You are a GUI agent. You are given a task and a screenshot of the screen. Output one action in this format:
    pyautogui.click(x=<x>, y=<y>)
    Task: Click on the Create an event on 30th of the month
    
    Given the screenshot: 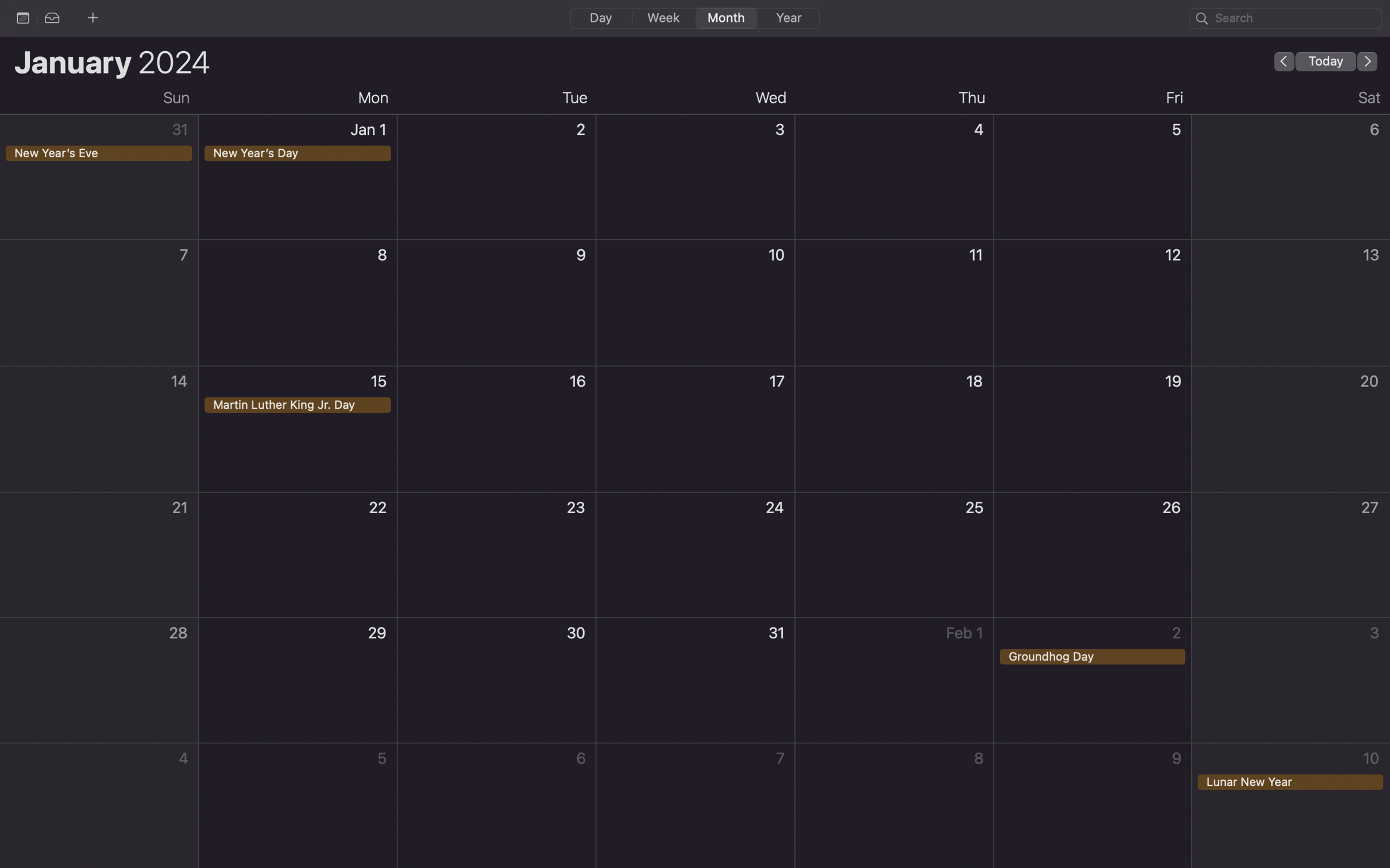 What is the action you would take?
    pyautogui.click(x=497, y=681)
    